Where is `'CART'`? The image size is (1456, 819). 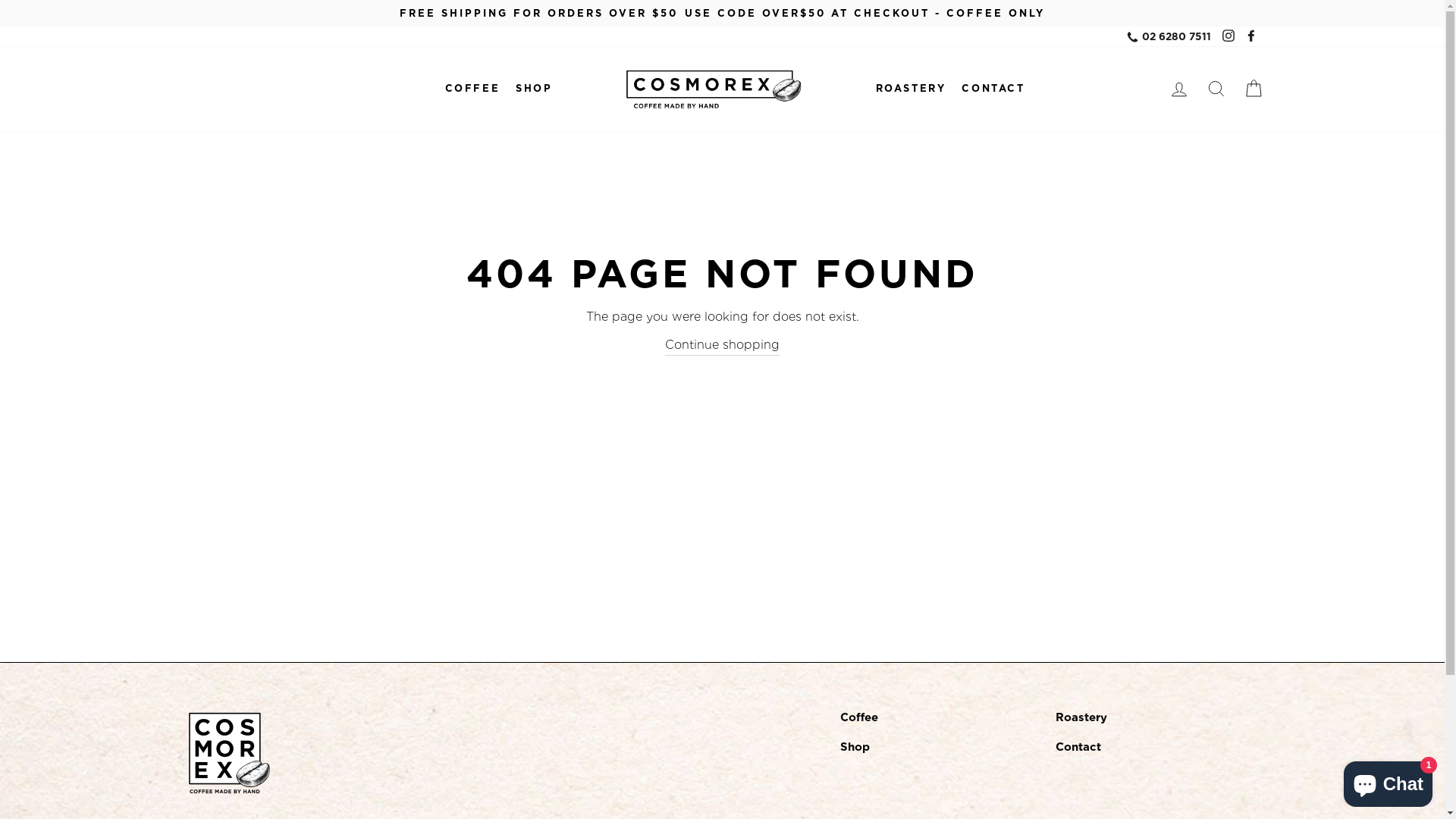 'CART' is located at coordinates (1236, 89).